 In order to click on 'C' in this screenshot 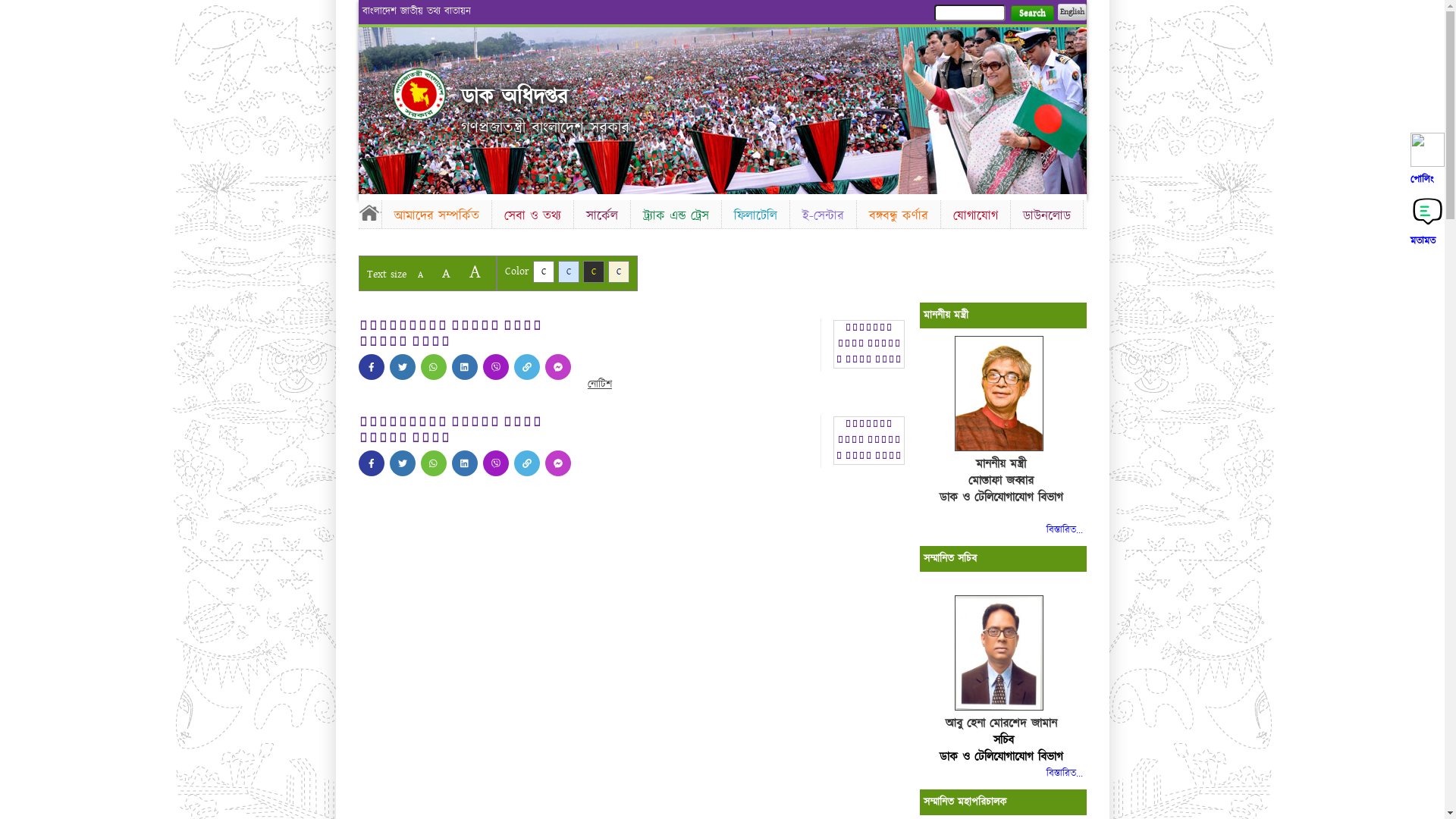, I will do `click(592, 271)`.